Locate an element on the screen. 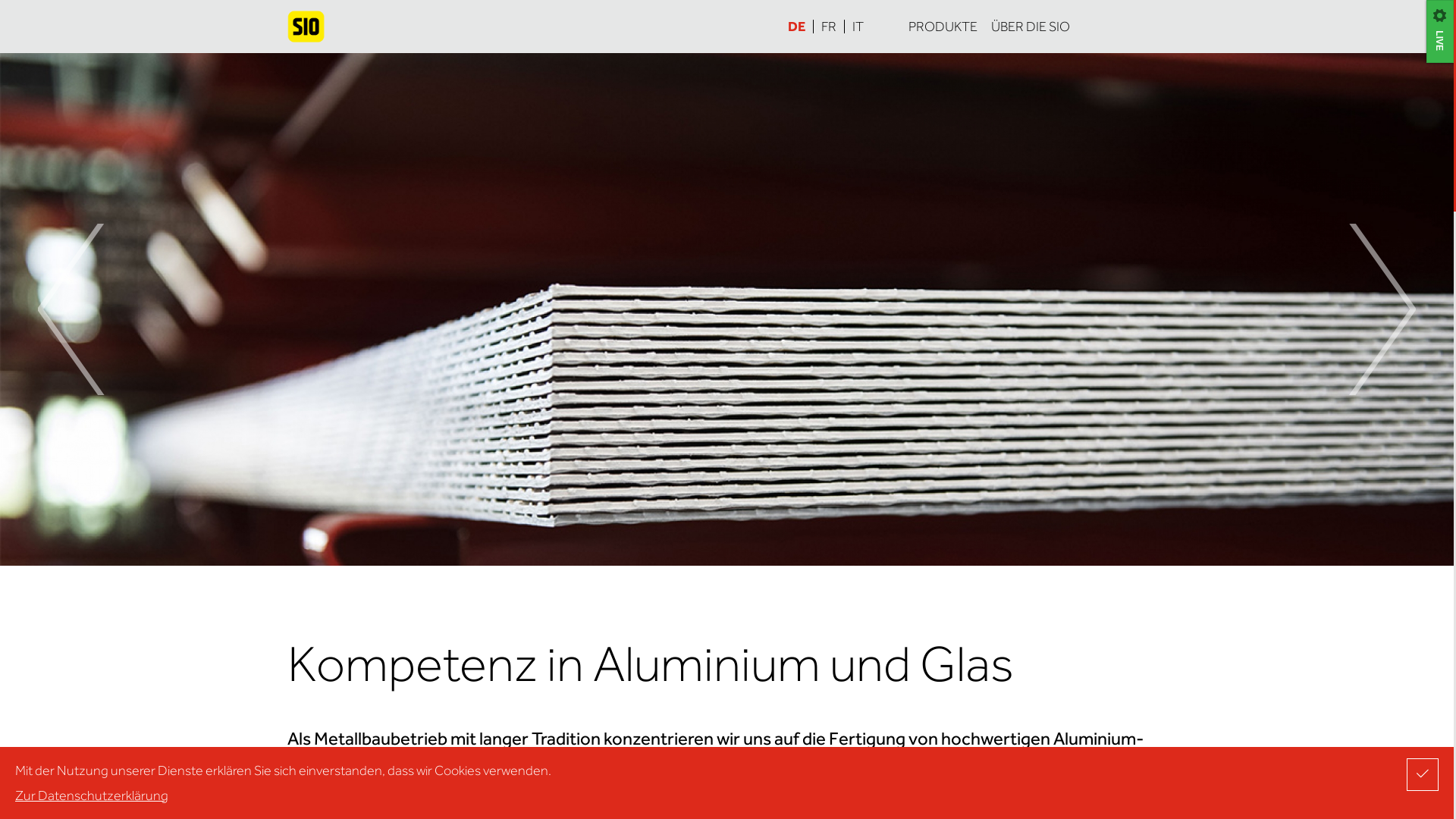  'PRODUKTE' is located at coordinates (941, 26).